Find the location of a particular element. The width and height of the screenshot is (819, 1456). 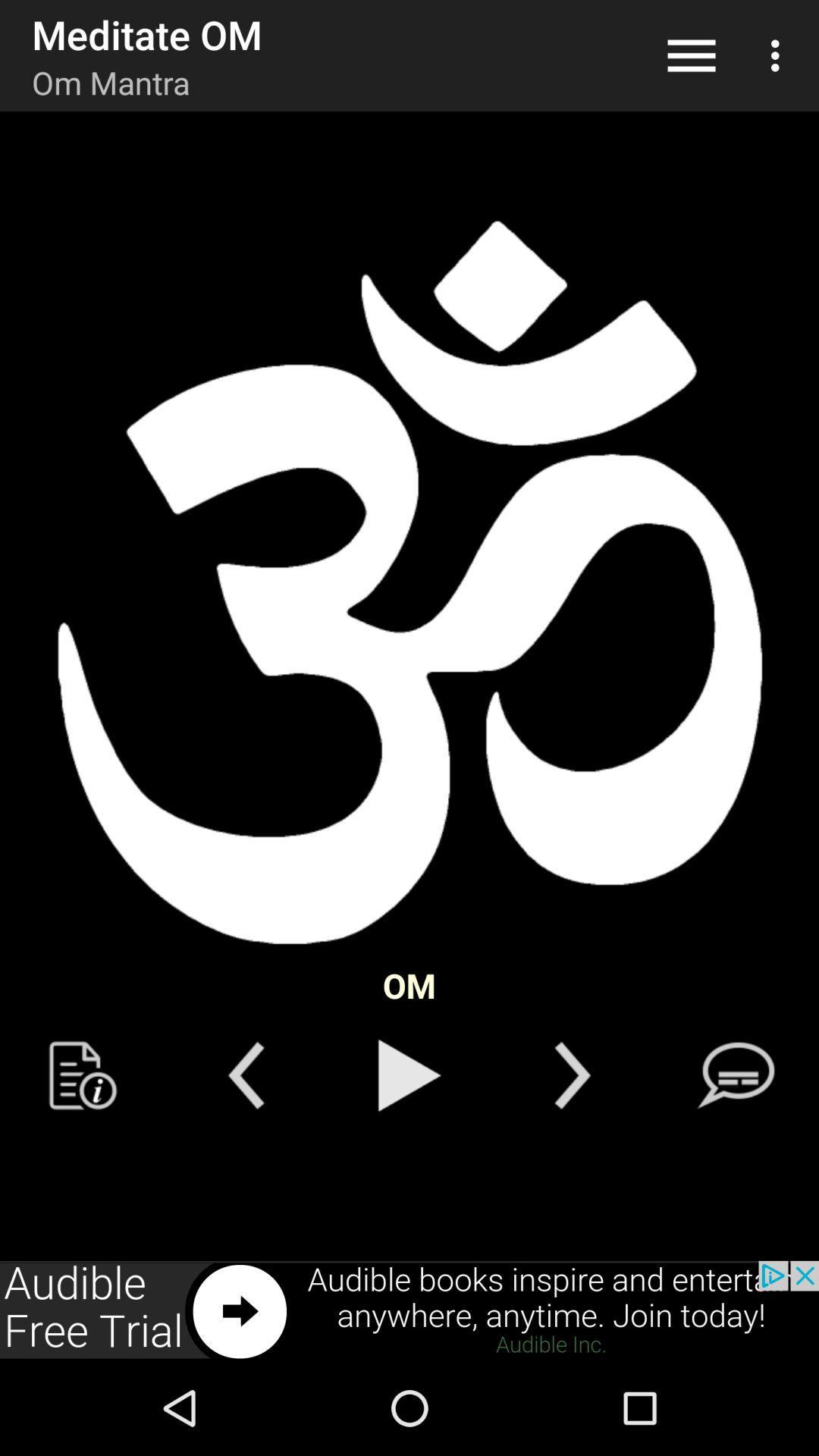

play is located at coordinates (409, 1075).